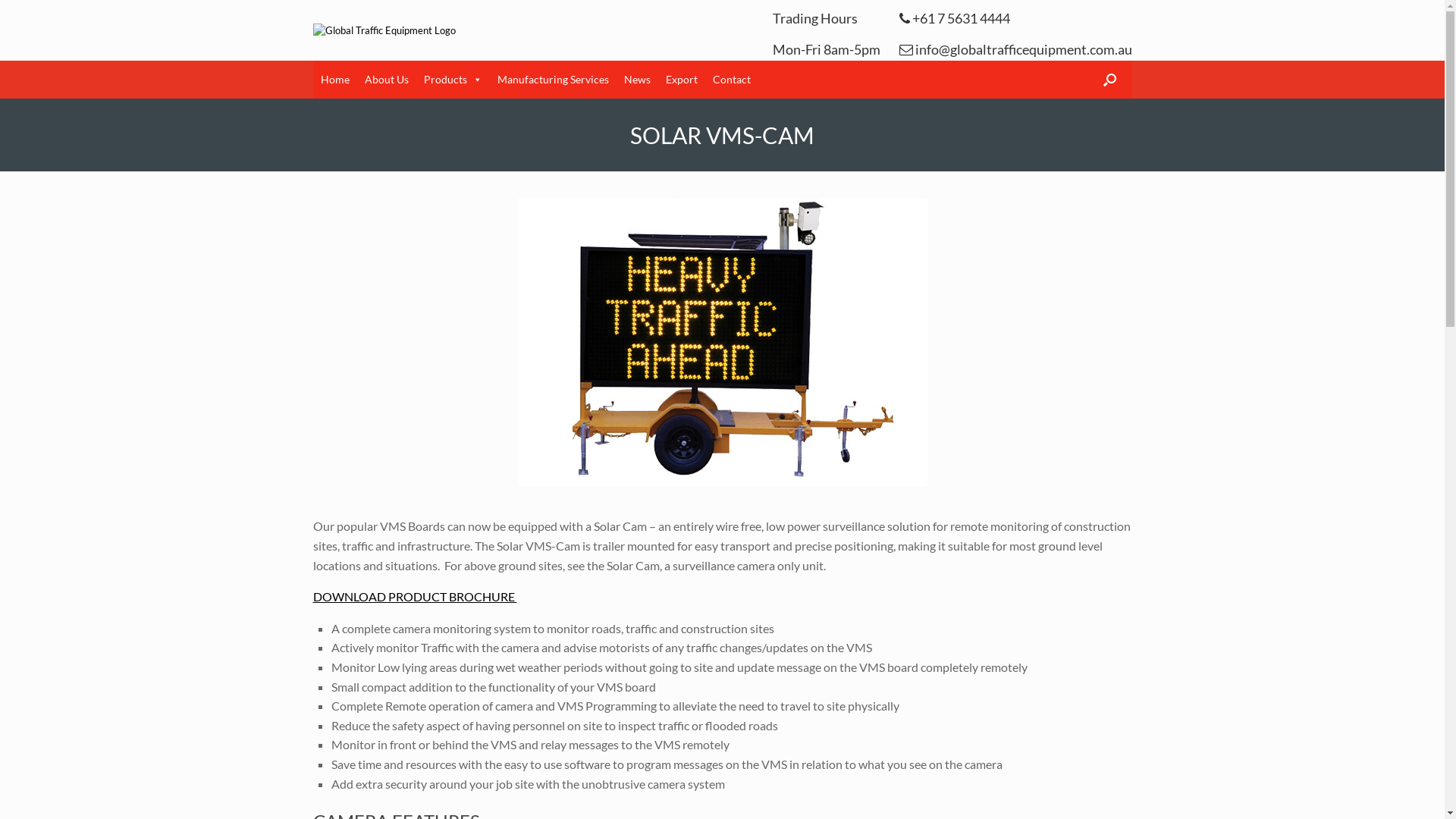 The width and height of the screenshot is (1456, 819). Describe the element at coordinates (383, 30) in the screenshot. I see `'Global Traffic Equipment'` at that location.